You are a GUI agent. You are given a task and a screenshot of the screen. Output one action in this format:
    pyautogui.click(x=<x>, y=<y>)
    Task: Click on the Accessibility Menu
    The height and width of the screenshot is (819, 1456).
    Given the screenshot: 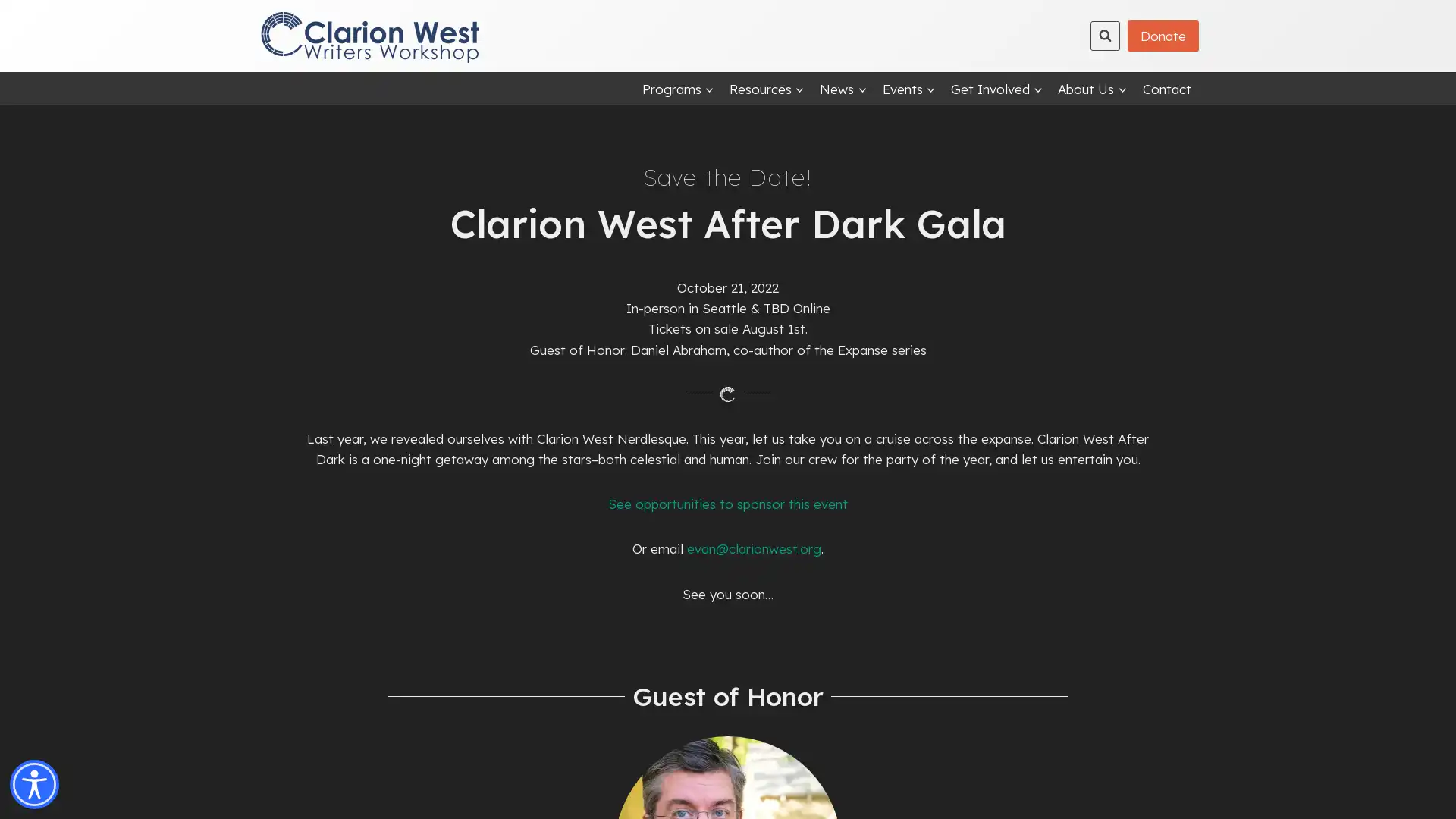 What is the action you would take?
    pyautogui.click(x=34, y=784)
    